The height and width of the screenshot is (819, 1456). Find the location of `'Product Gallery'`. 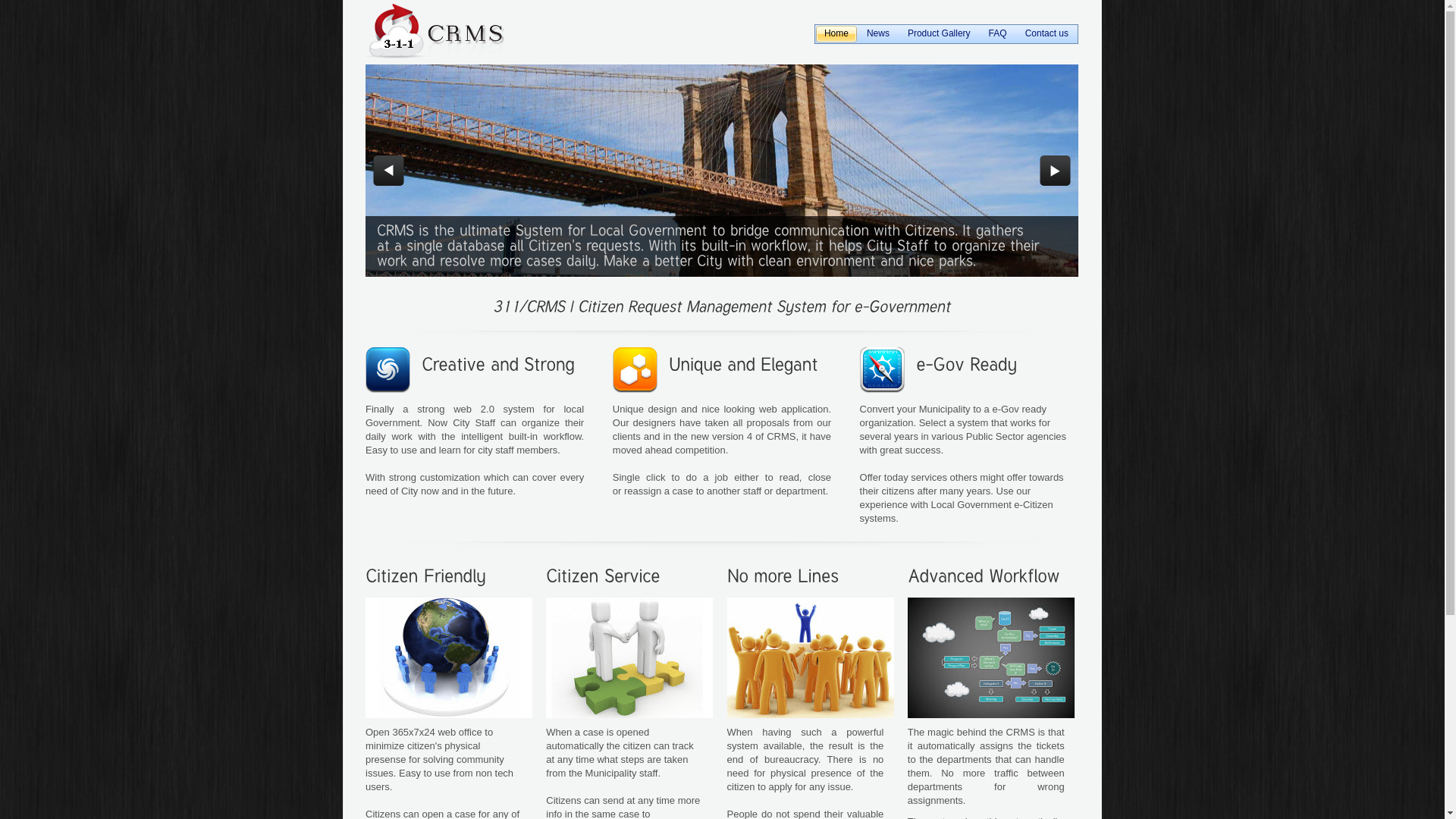

'Product Gallery' is located at coordinates (938, 34).